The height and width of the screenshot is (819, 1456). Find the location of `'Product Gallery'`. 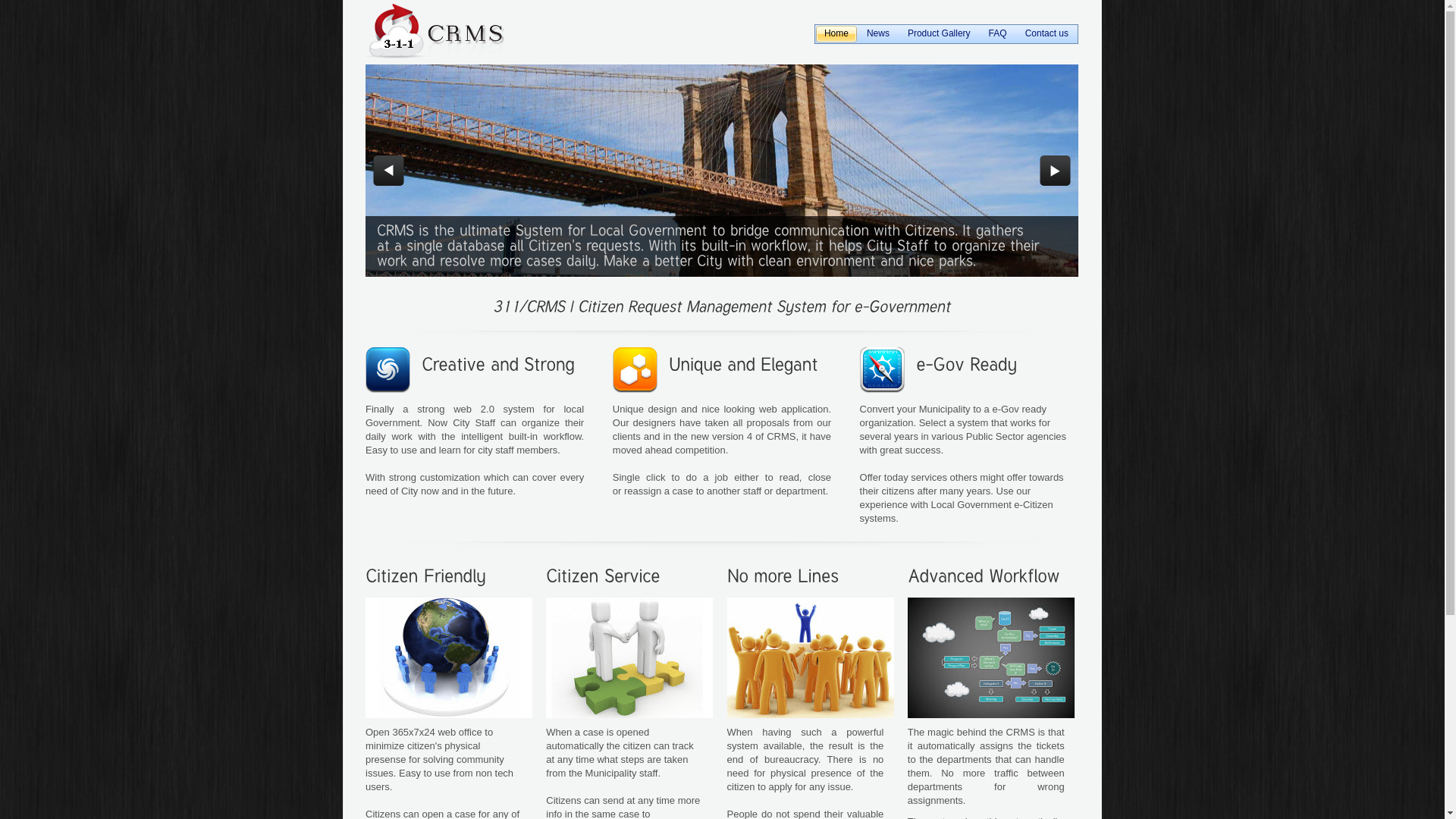

'Product Gallery' is located at coordinates (938, 34).